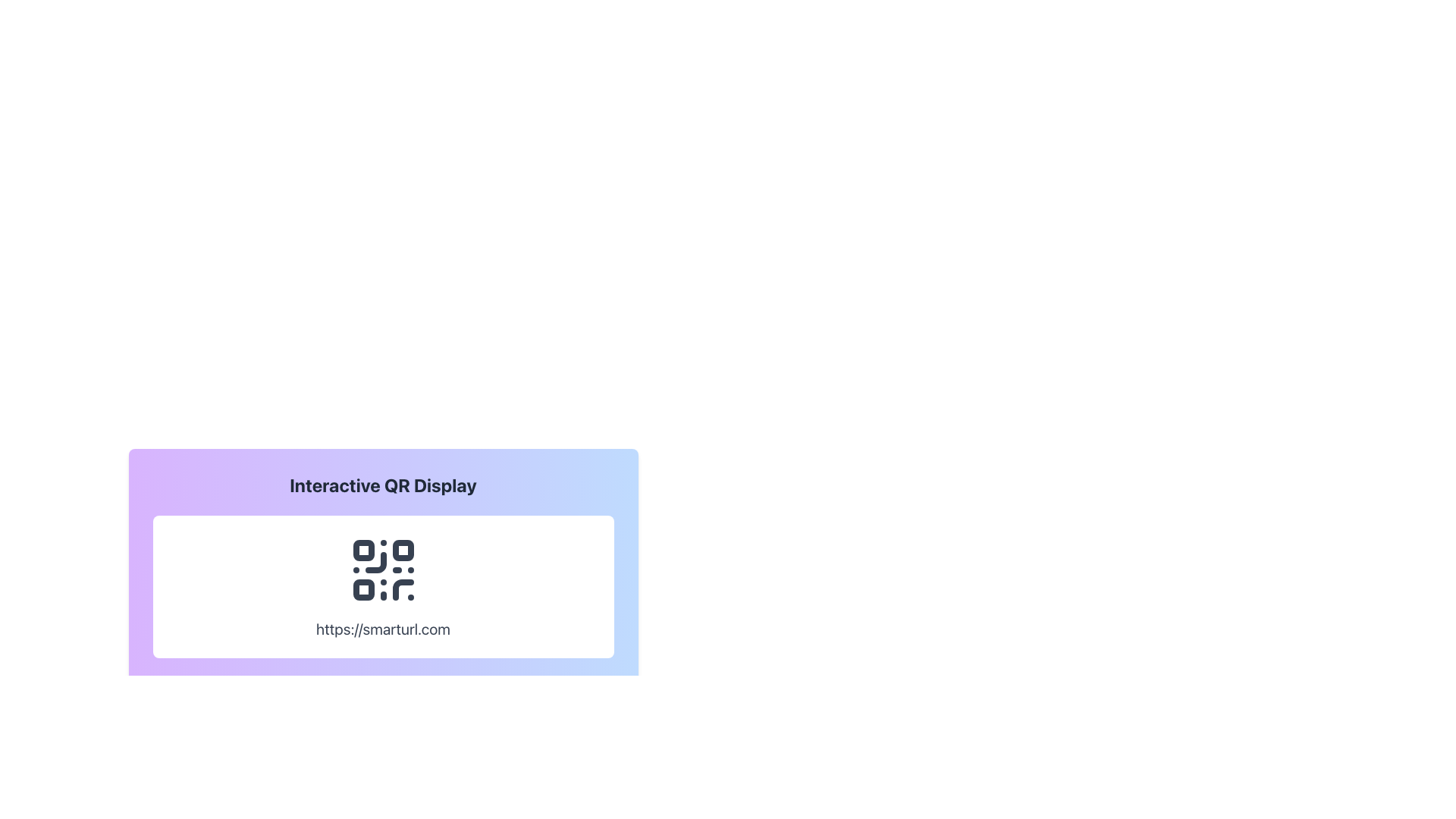  Describe the element at coordinates (403, 550) in the screenshot. I see `the second square element in the upper right corner of the QR code, which is part of its symbolic structure and aids in scanning` at that location.